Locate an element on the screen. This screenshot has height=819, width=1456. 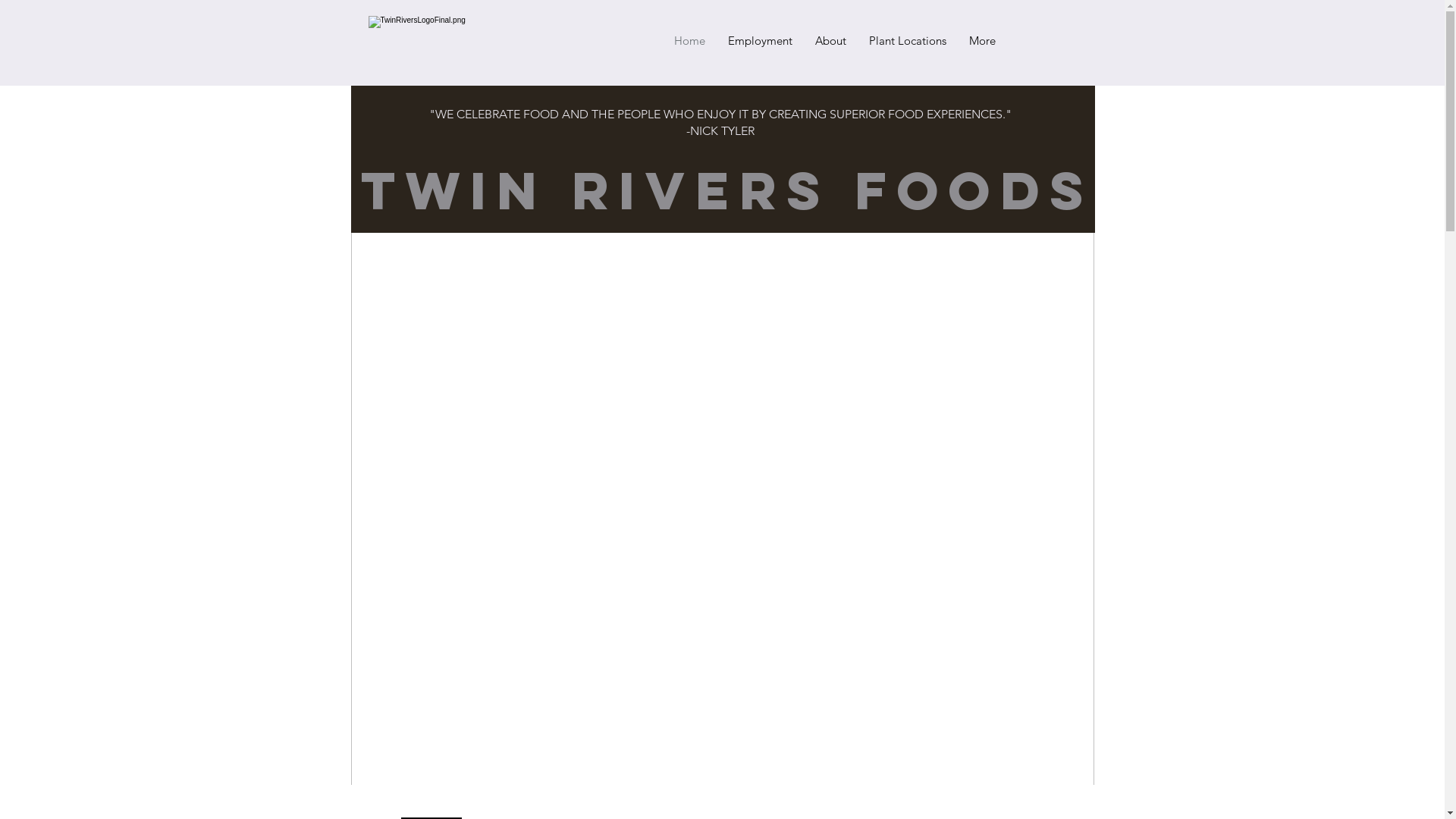
'About' is located at coordinates (830, 40).